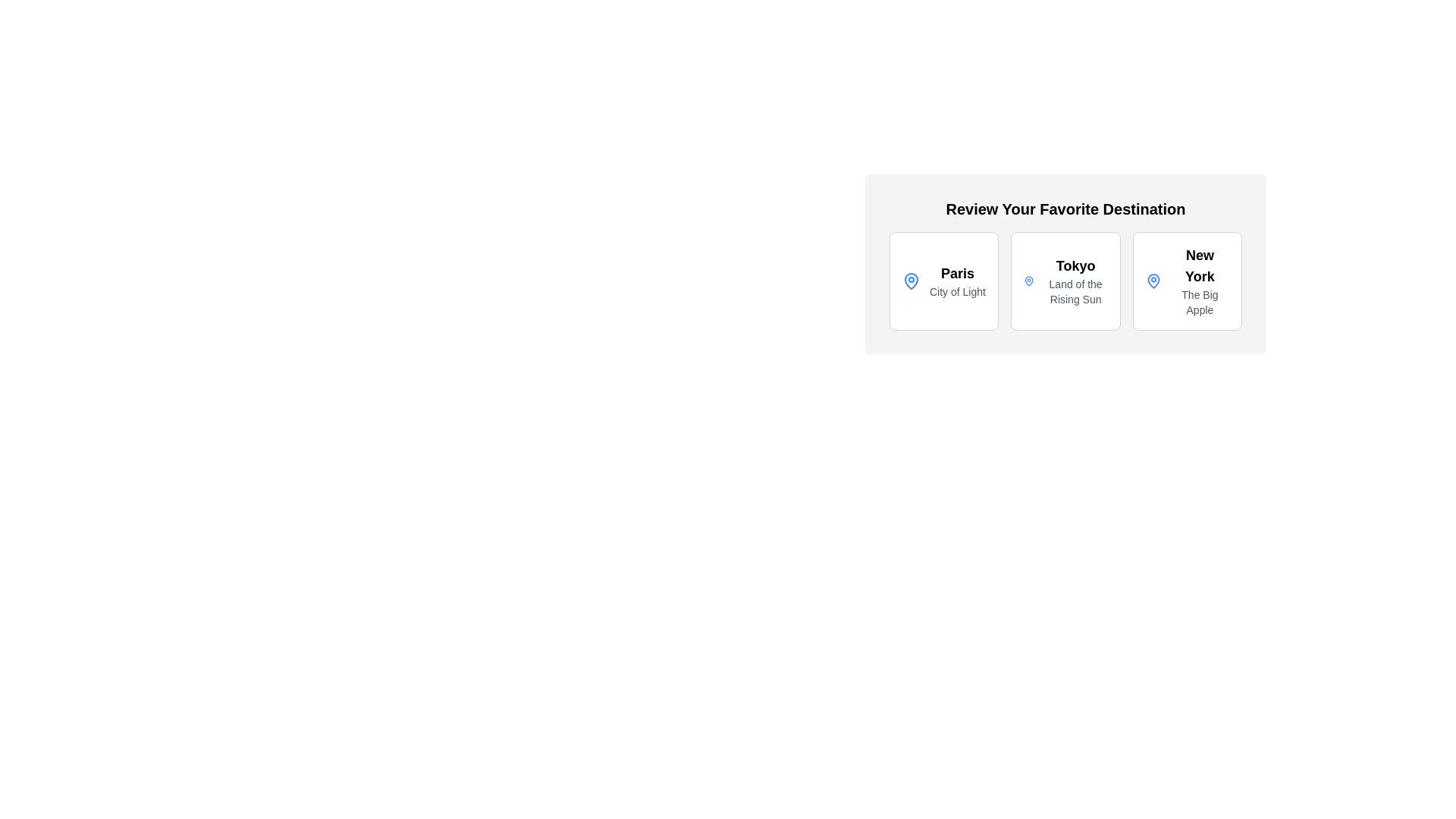  I want to click on text label that displays 'Land of the Rising Sun,' which is located beneath the bold title 'Tokyo' in the middle section of a card-like UI component, so click(1075, 292).